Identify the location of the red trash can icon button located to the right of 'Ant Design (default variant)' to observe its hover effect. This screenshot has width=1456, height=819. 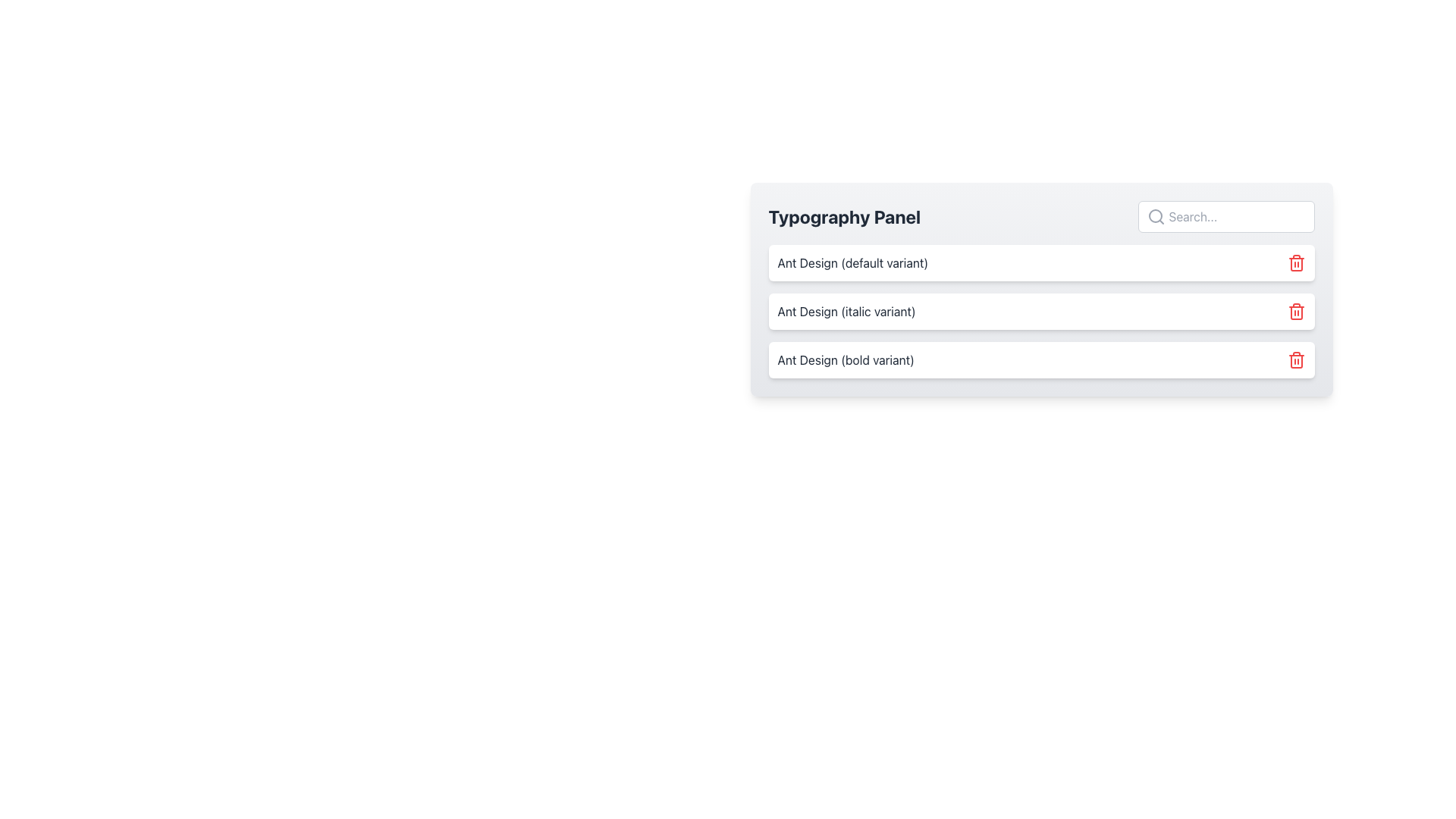
(1295, 262).